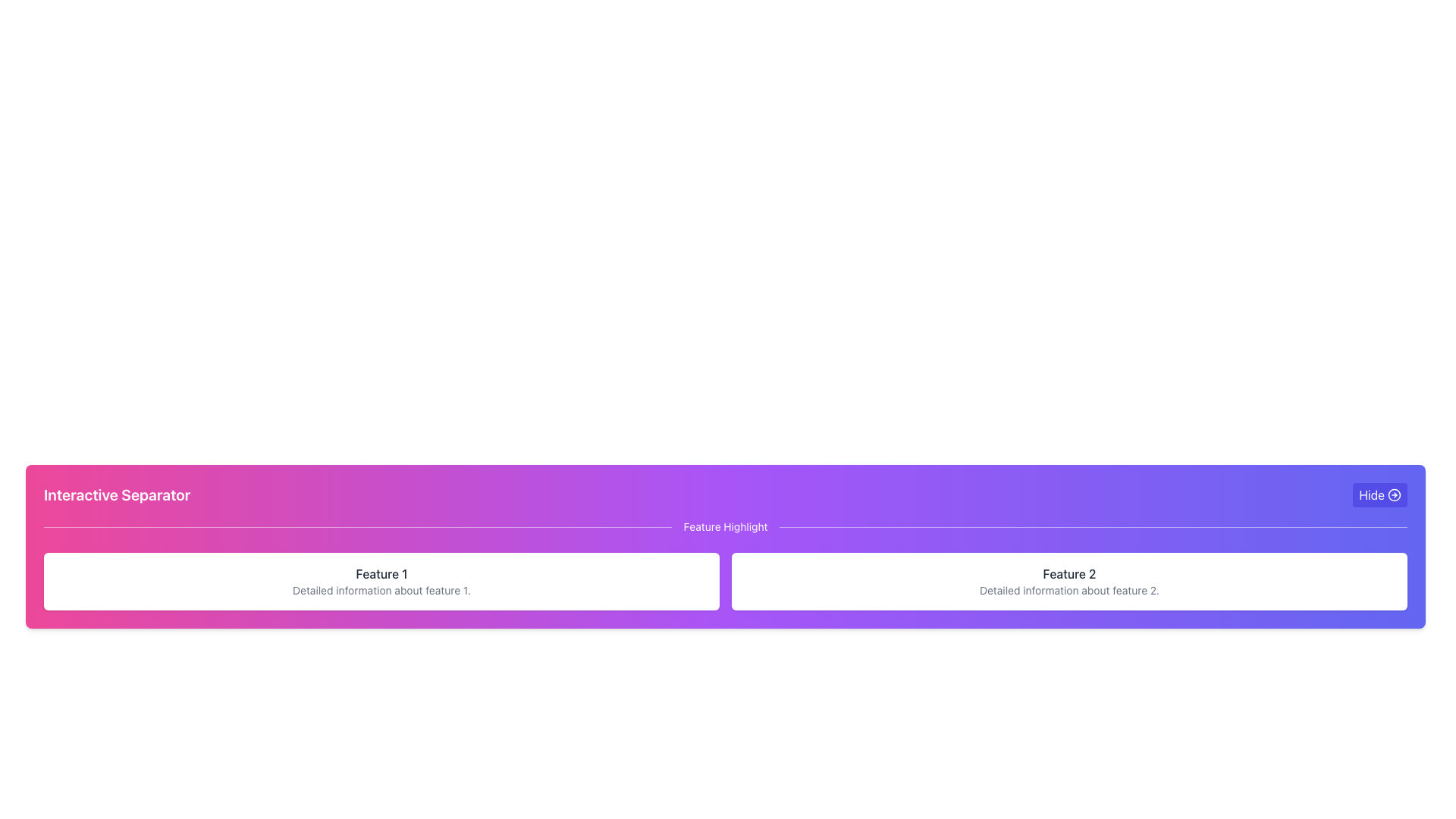 The width and height of the screenshot is (1456, 819). What do you see at coordinates (1394, 494) in the screenshot?
I see `the icon within the 'Hide' button located at the top-right corner of the horizontal panel, which serves as a visual cue for navigation or confirming the 'Hide' functionality` at bounding box center [1394, 494].